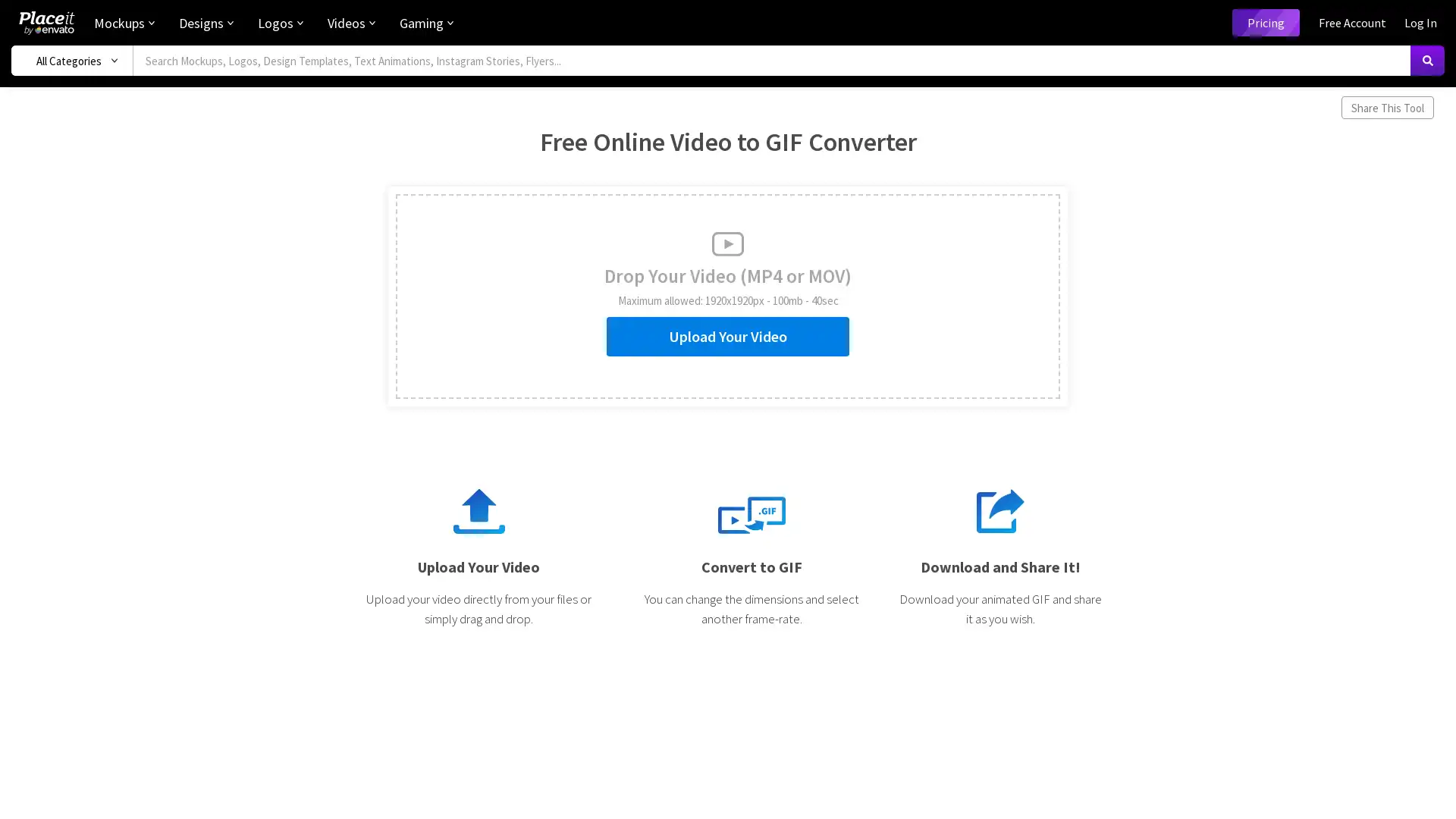  What do you see at coordinates (421, 321) in the screenshot?
I see `Upload Your Video Here` at bounding box center [421, 321].